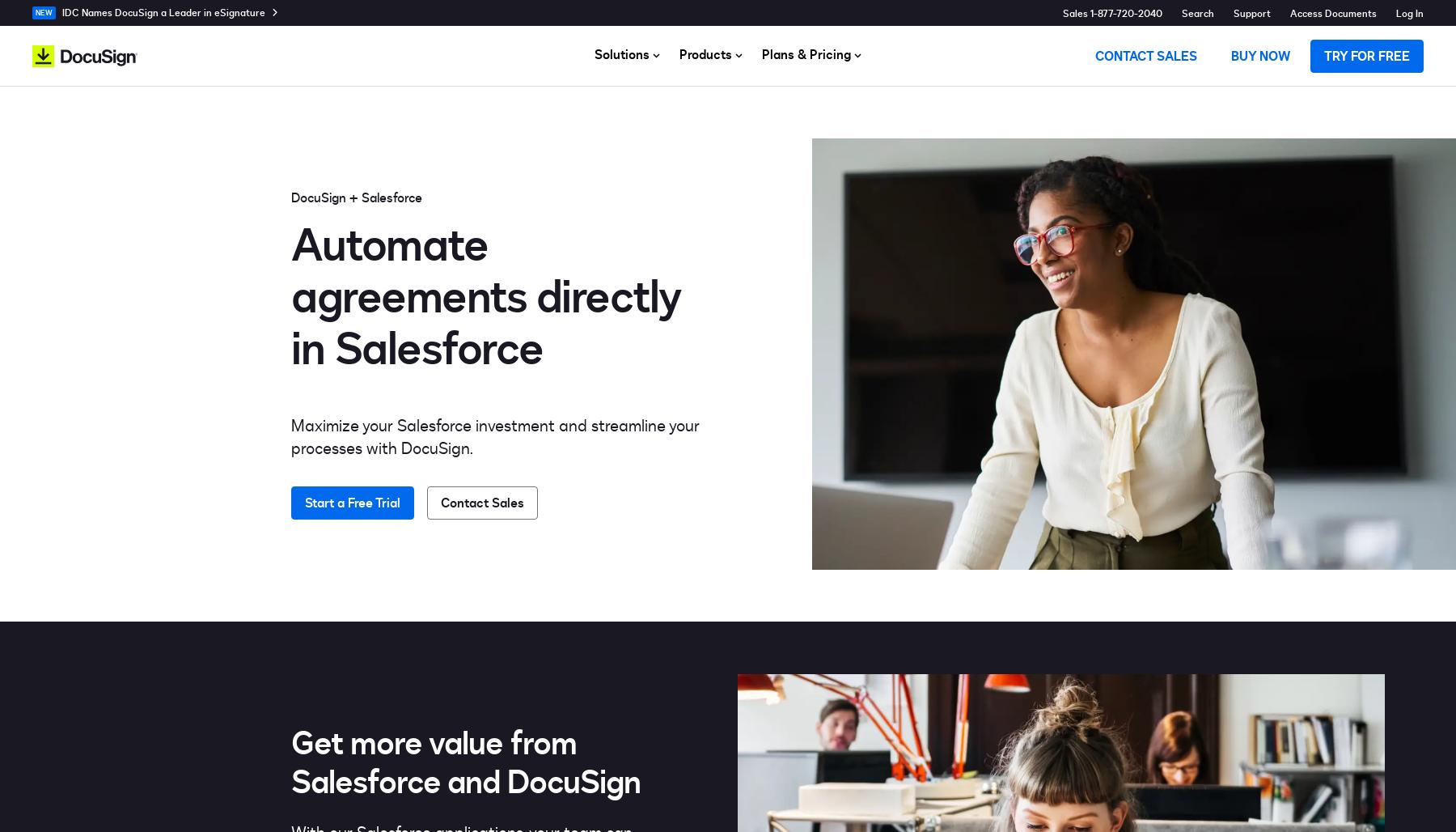 Image resolution: width=1456 pixels, height=832 pixels. What do you see at coordinates (350, 232) in the screenshot?
I see `'Electronic Notarization'` at bounding box center [350, 232].